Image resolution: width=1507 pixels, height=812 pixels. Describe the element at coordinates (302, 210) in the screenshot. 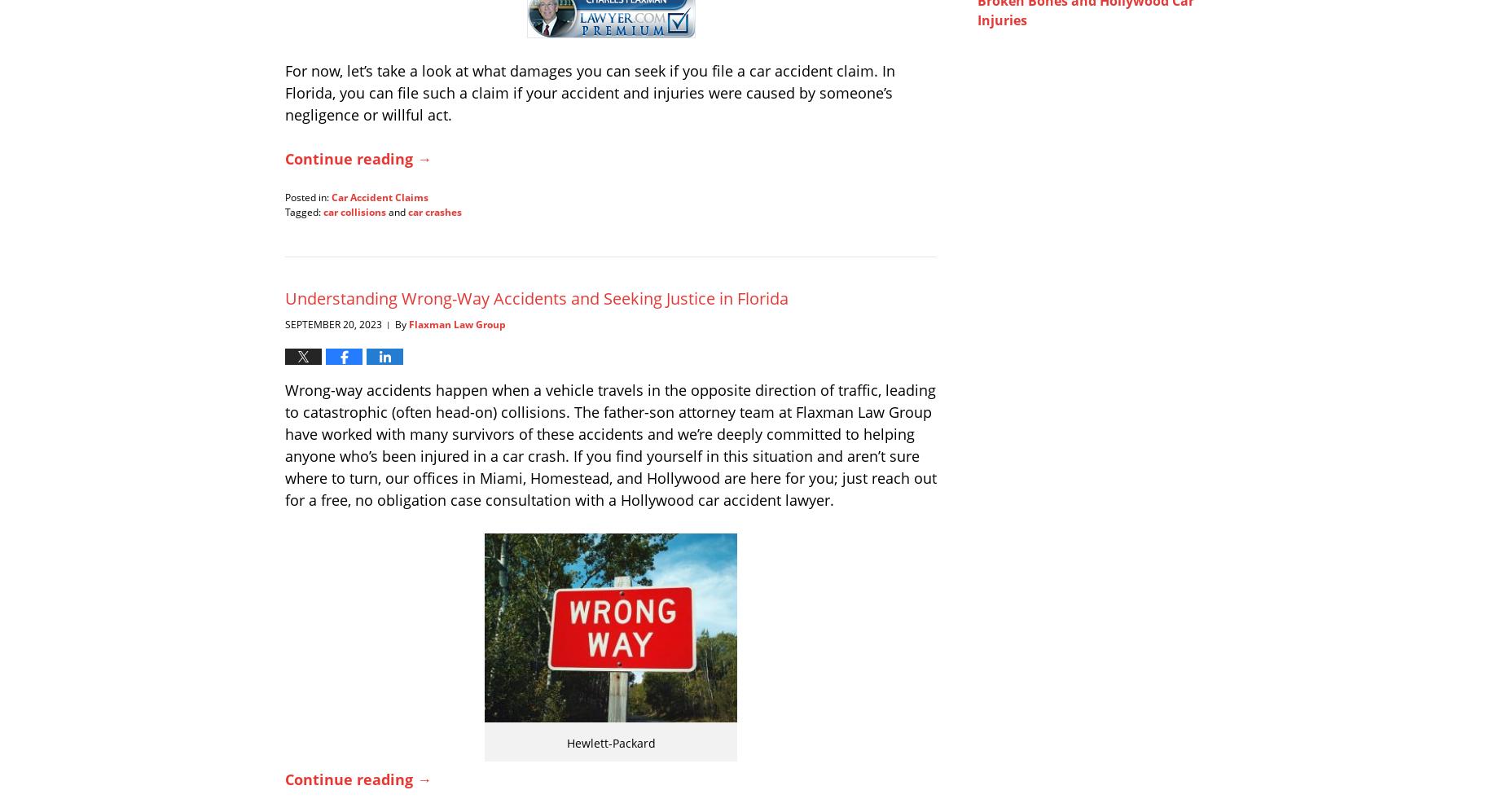

I see `'Tagged:'` at that location.